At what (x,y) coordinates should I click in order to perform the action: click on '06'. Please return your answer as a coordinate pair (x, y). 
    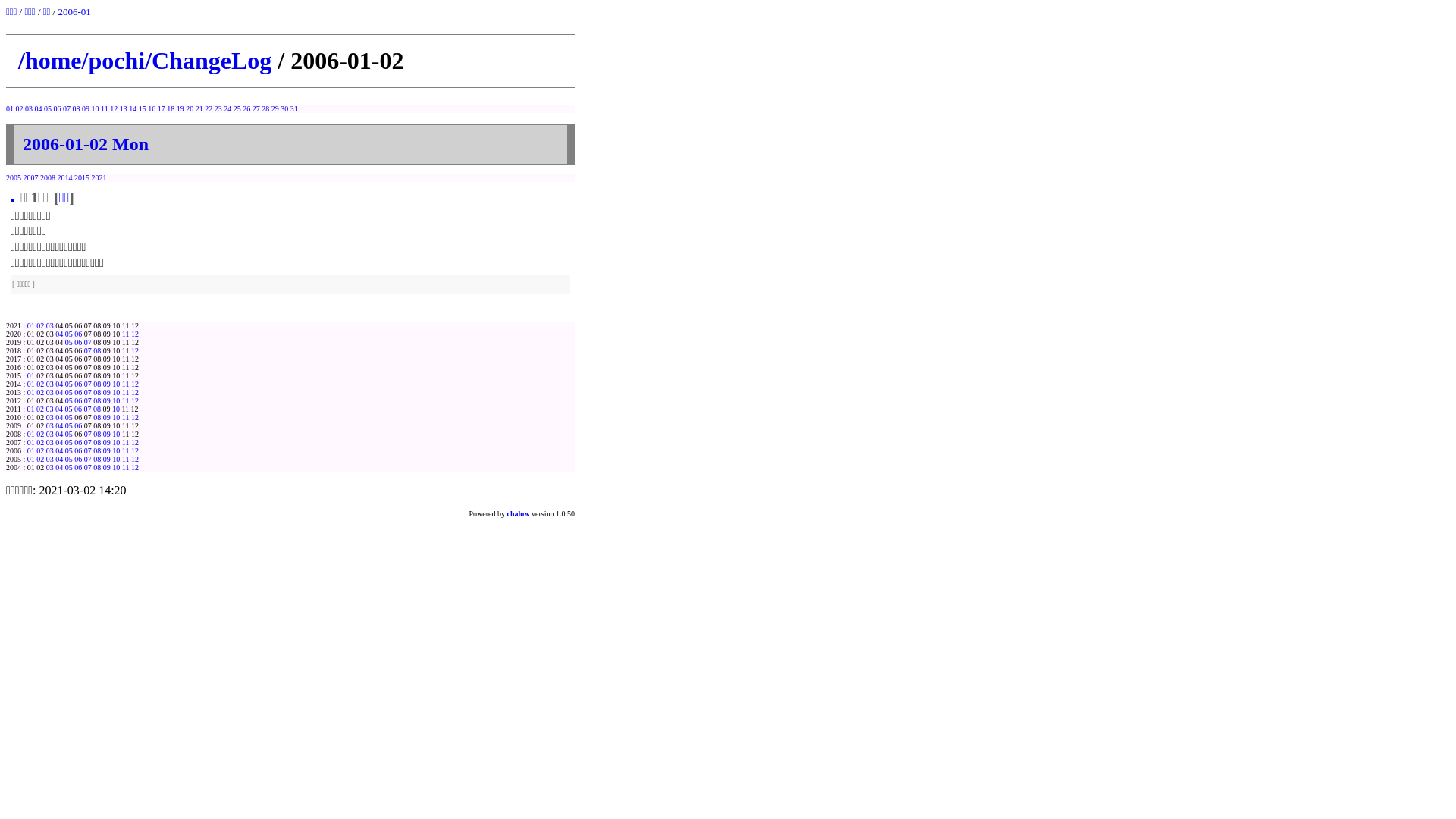
    Looking at the image, I should click on (77, 400).